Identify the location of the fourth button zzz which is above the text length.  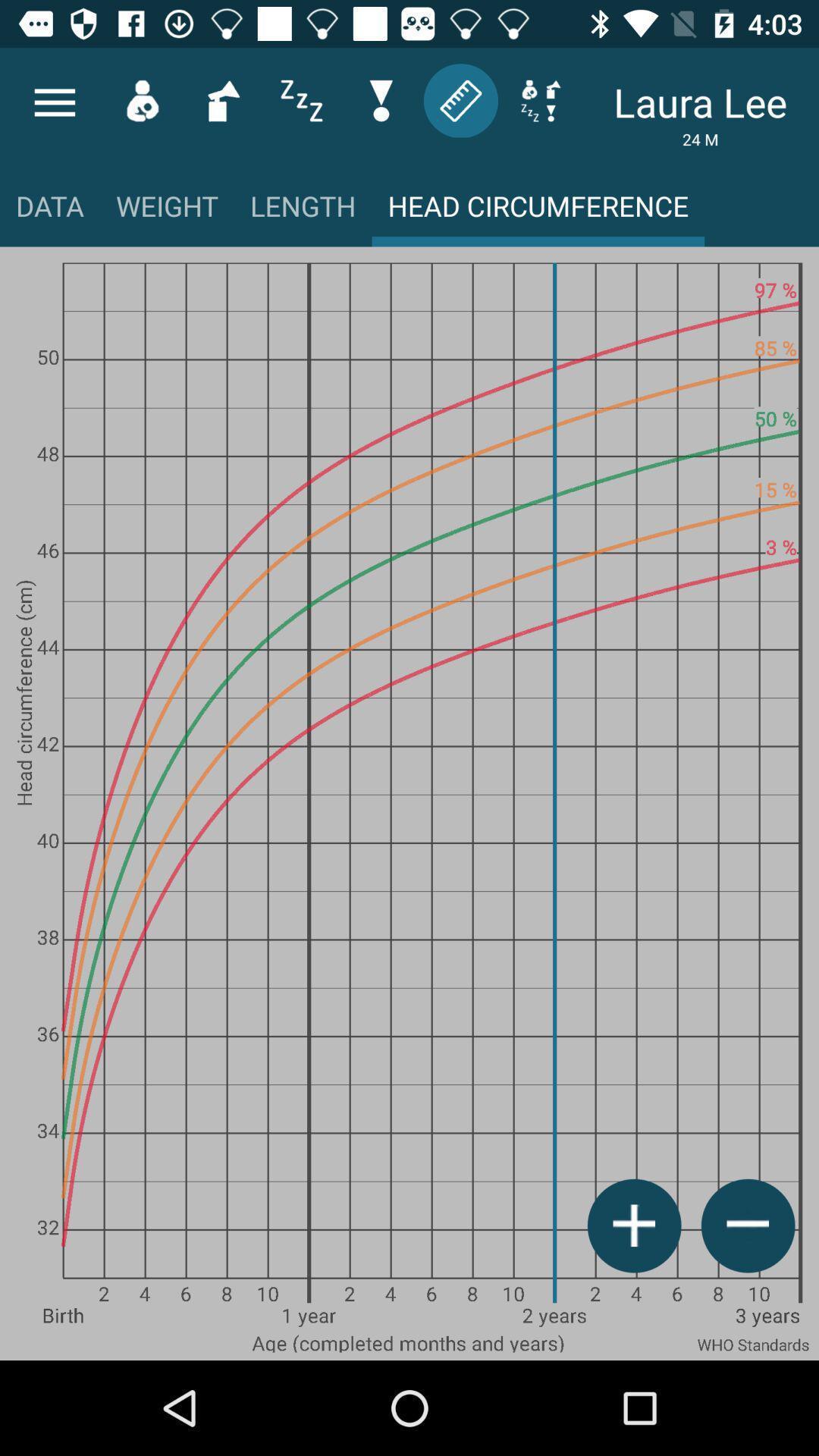
(301, 100).